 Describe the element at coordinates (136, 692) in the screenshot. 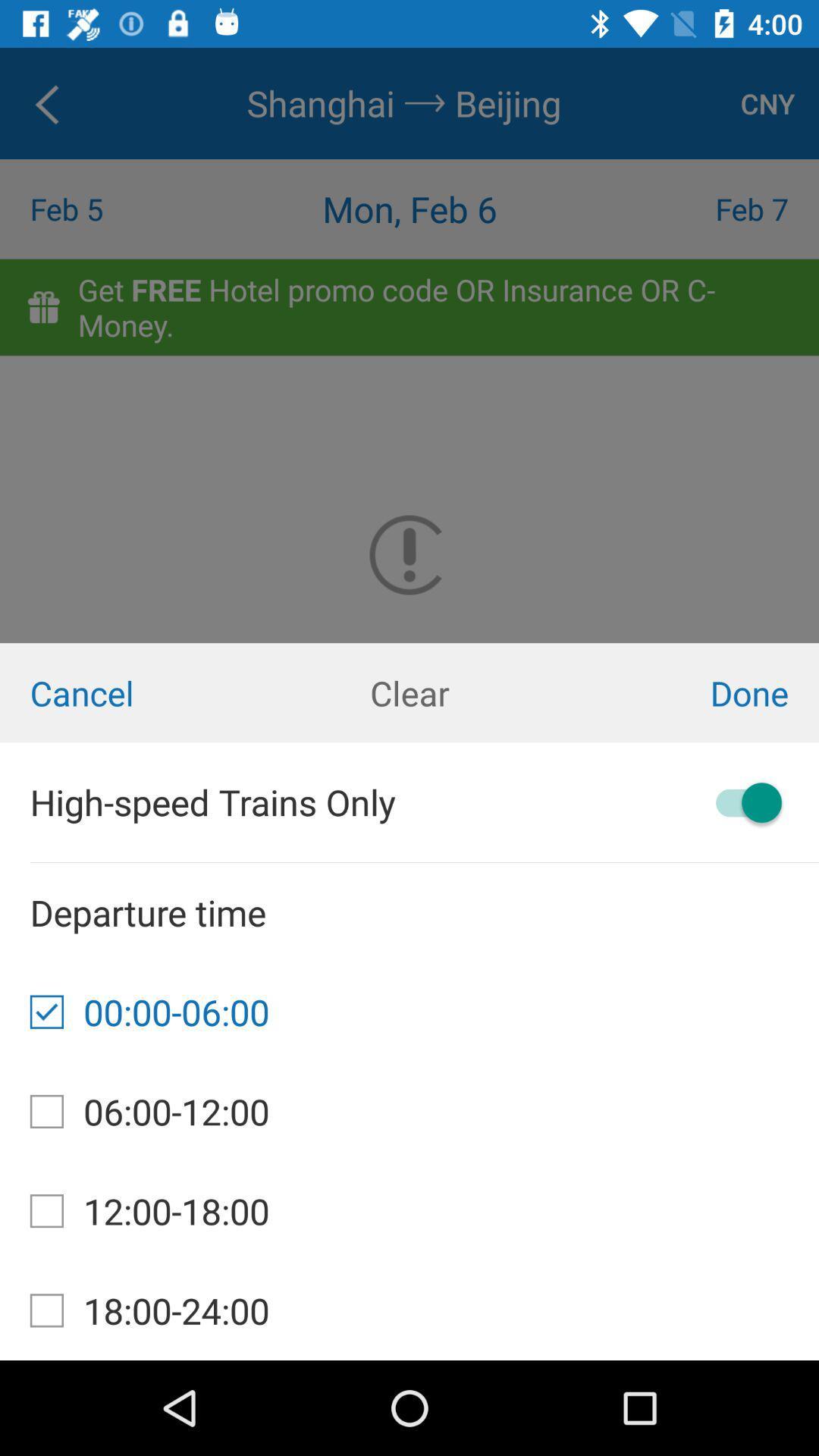

I see `the icon to the left of the clear` at that location.